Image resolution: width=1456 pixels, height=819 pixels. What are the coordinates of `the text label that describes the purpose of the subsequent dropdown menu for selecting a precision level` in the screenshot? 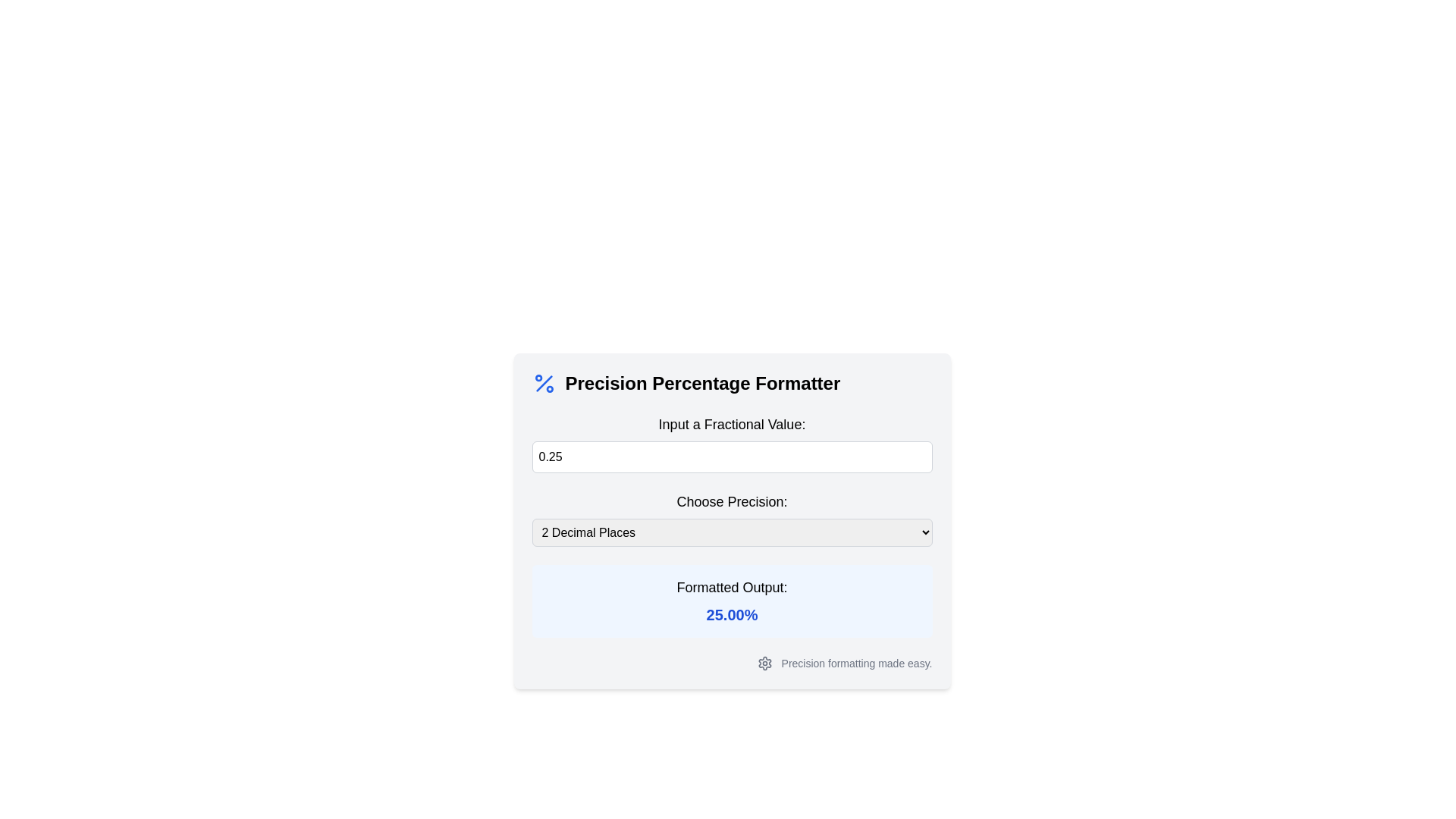 It's located at (732, 502).